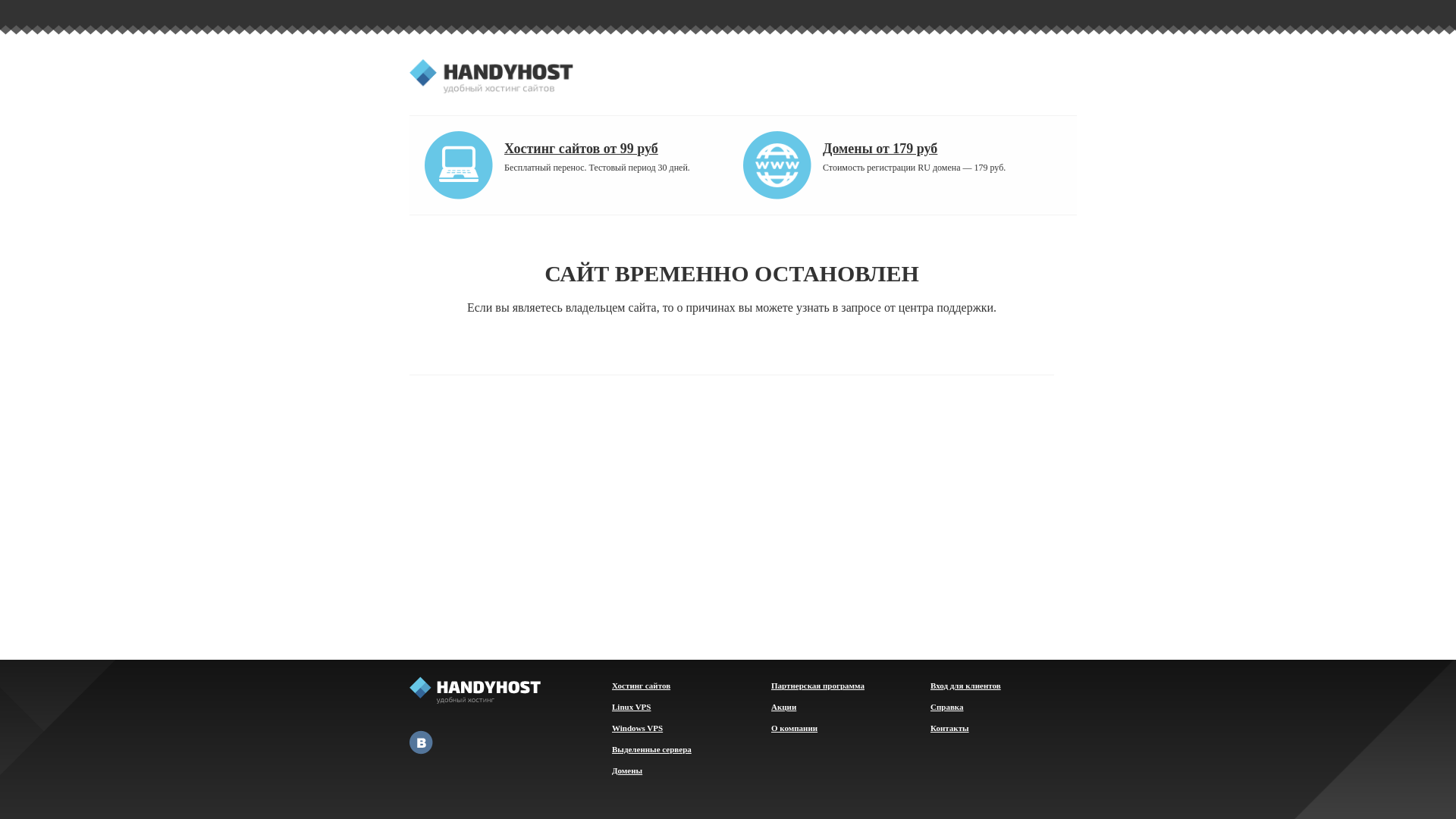  I want to click on 'HandyHost.ru', so click(409, 77).